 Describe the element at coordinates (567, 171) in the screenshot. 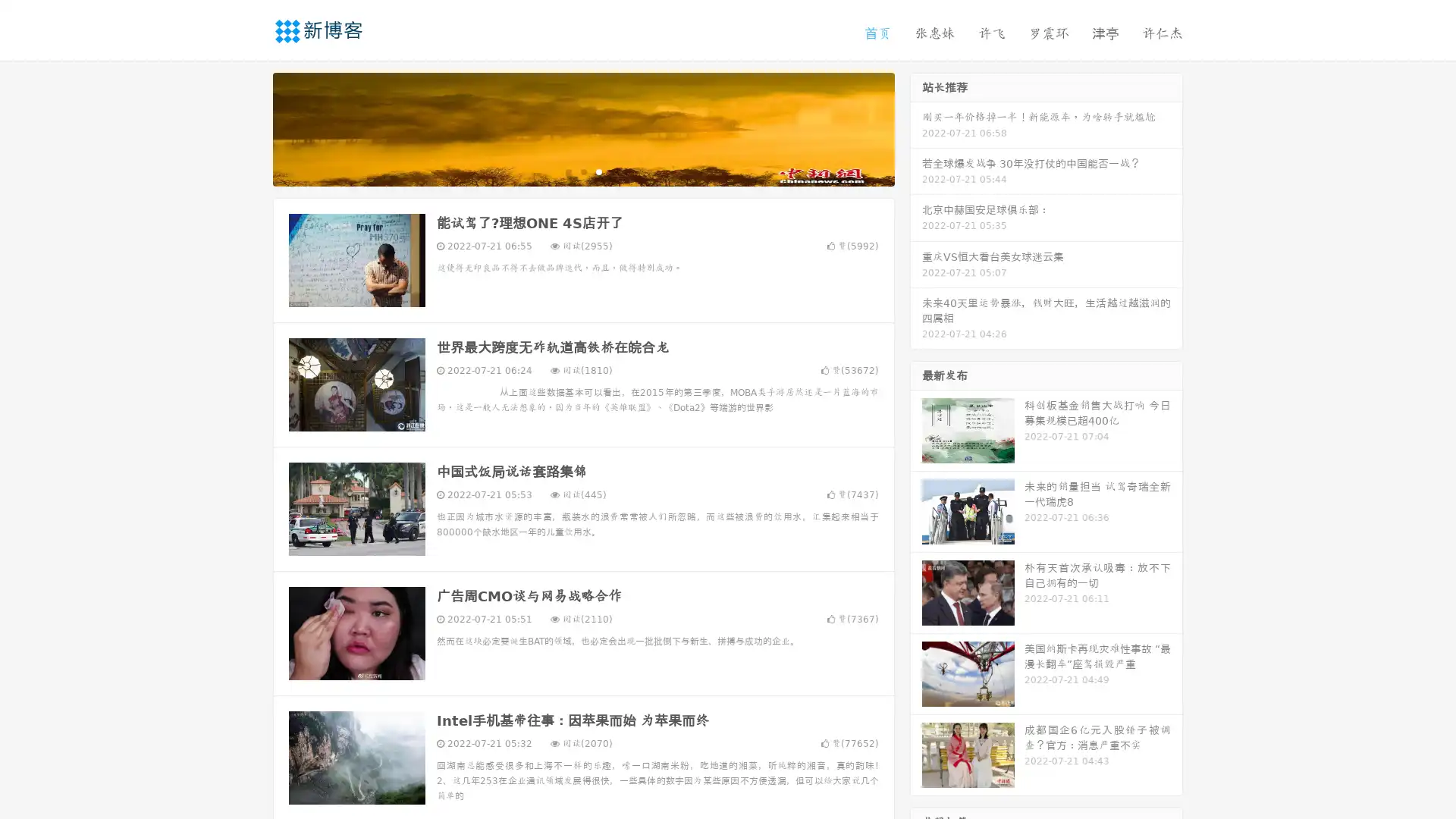

I see `Go to slide 1` at that location.